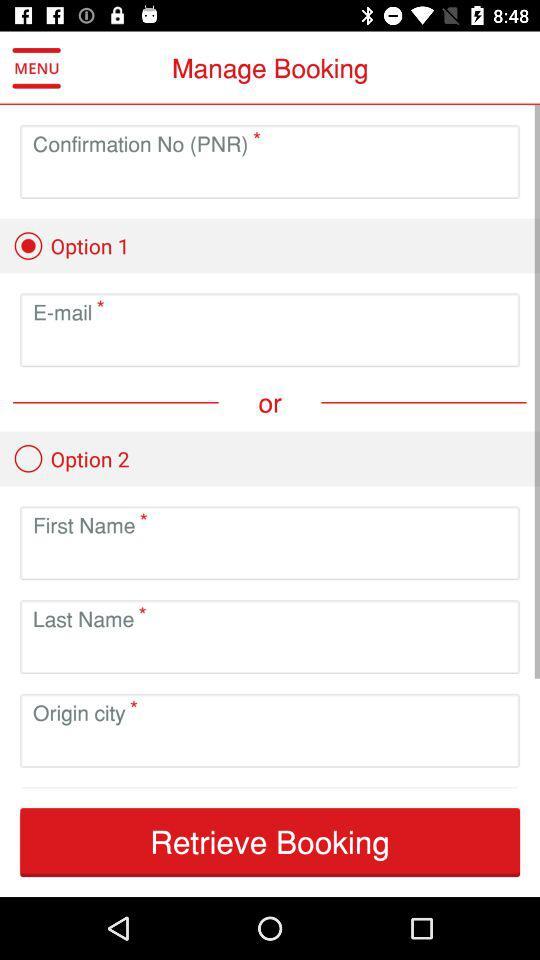 This screenshot has width=540, height=960. I want to click on confirmation number, so click(270, 176).